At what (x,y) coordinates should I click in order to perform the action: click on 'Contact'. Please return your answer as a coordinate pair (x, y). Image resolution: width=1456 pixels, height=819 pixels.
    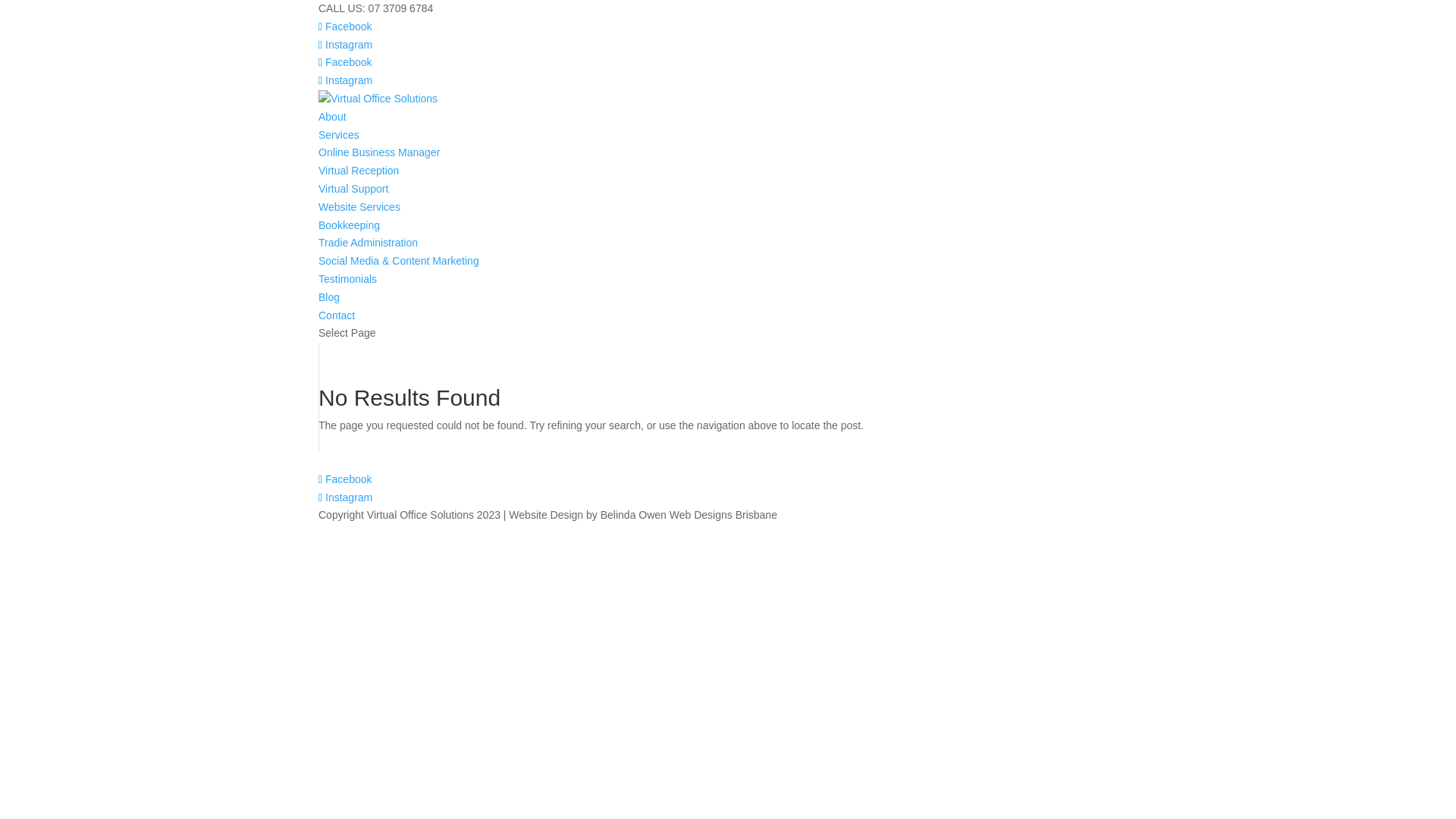
    Looking at the image, I should click on (318, 315).